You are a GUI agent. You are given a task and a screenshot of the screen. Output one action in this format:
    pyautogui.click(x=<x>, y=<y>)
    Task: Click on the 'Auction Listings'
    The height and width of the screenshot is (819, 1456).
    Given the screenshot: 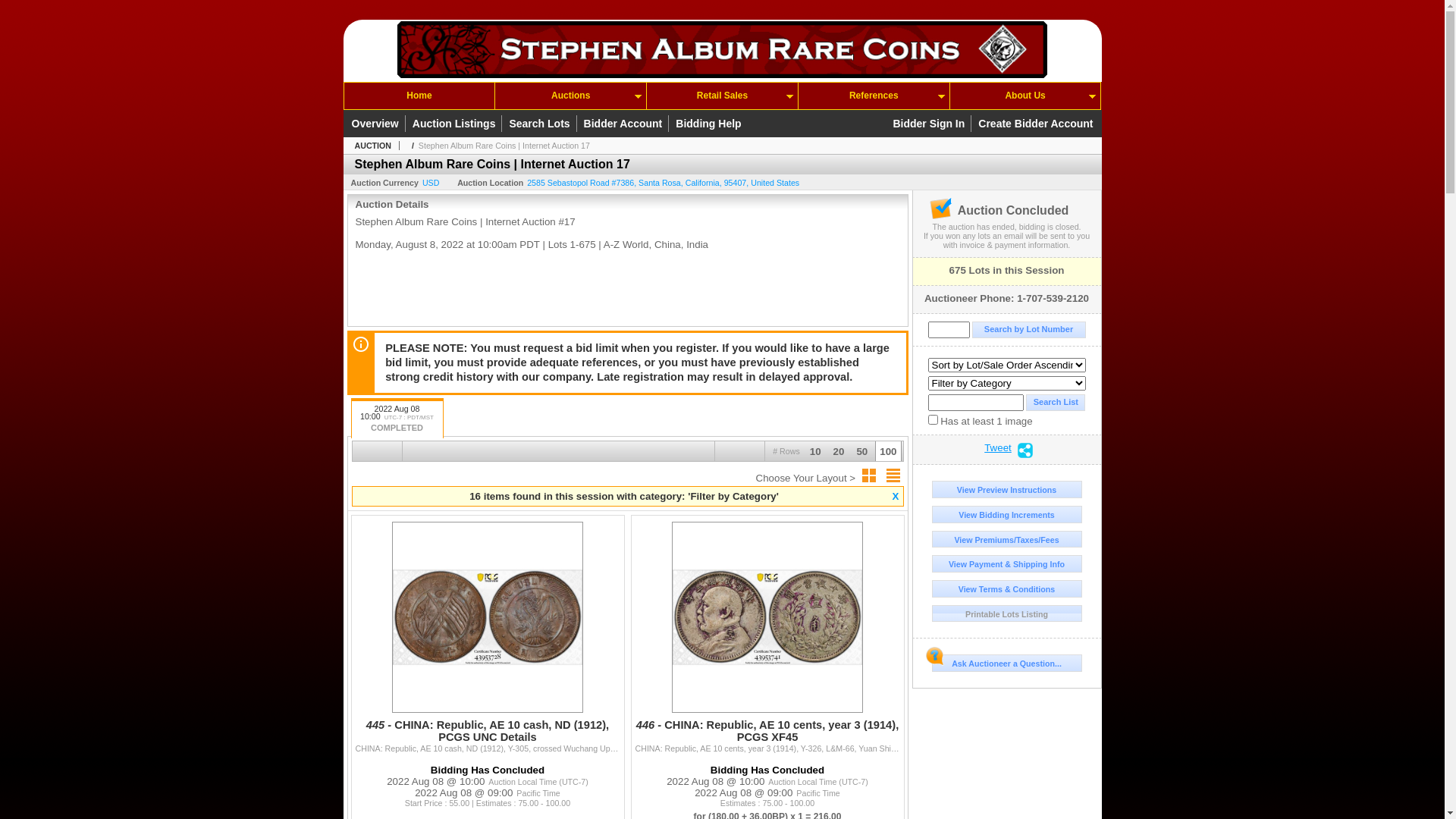 What is the action you would take?
    pyautogui.click(x=455, y=122)
    